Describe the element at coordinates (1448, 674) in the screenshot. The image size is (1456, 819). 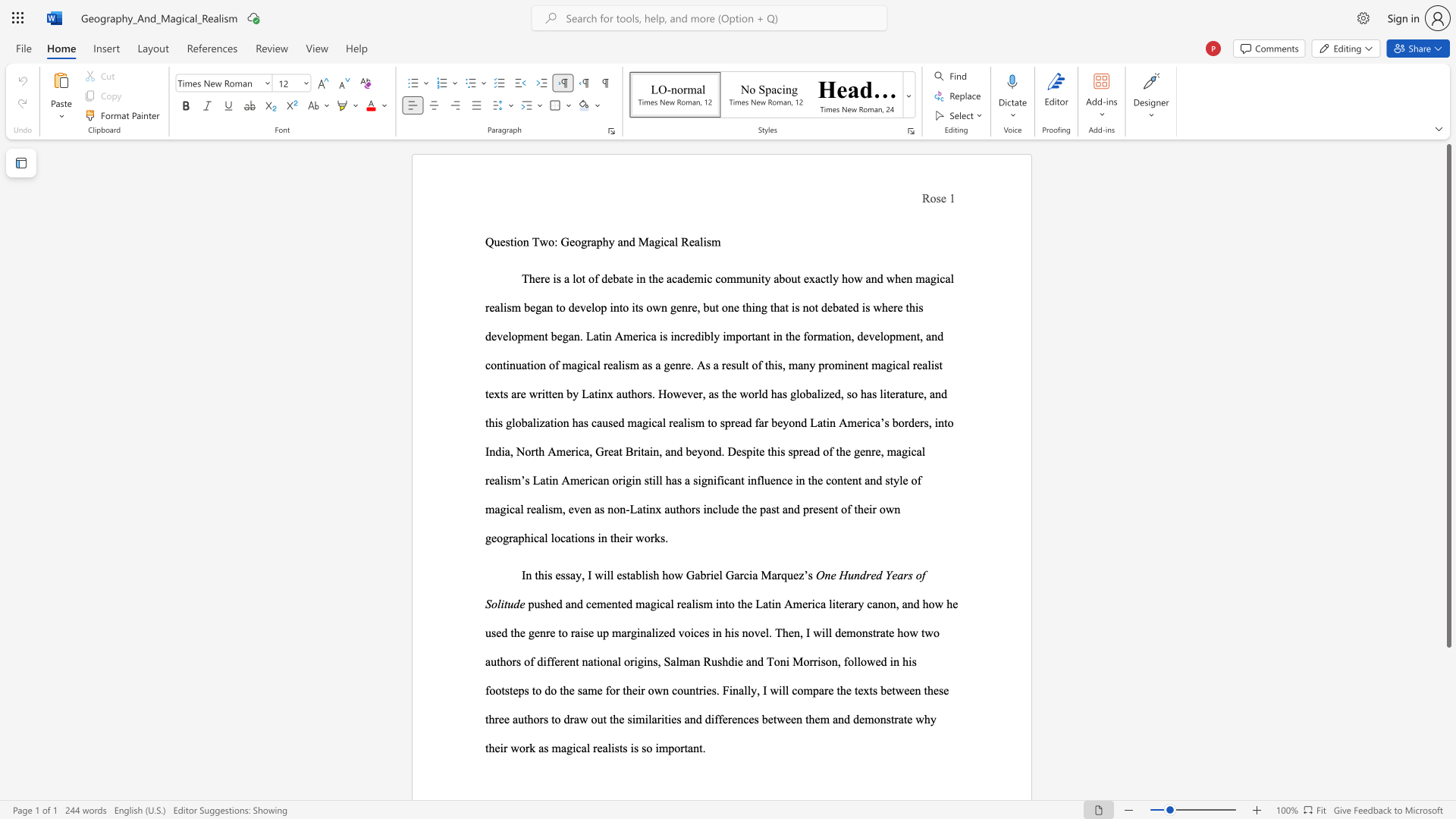
I see `the scrollbar on the right to shift the page lower` at that location.